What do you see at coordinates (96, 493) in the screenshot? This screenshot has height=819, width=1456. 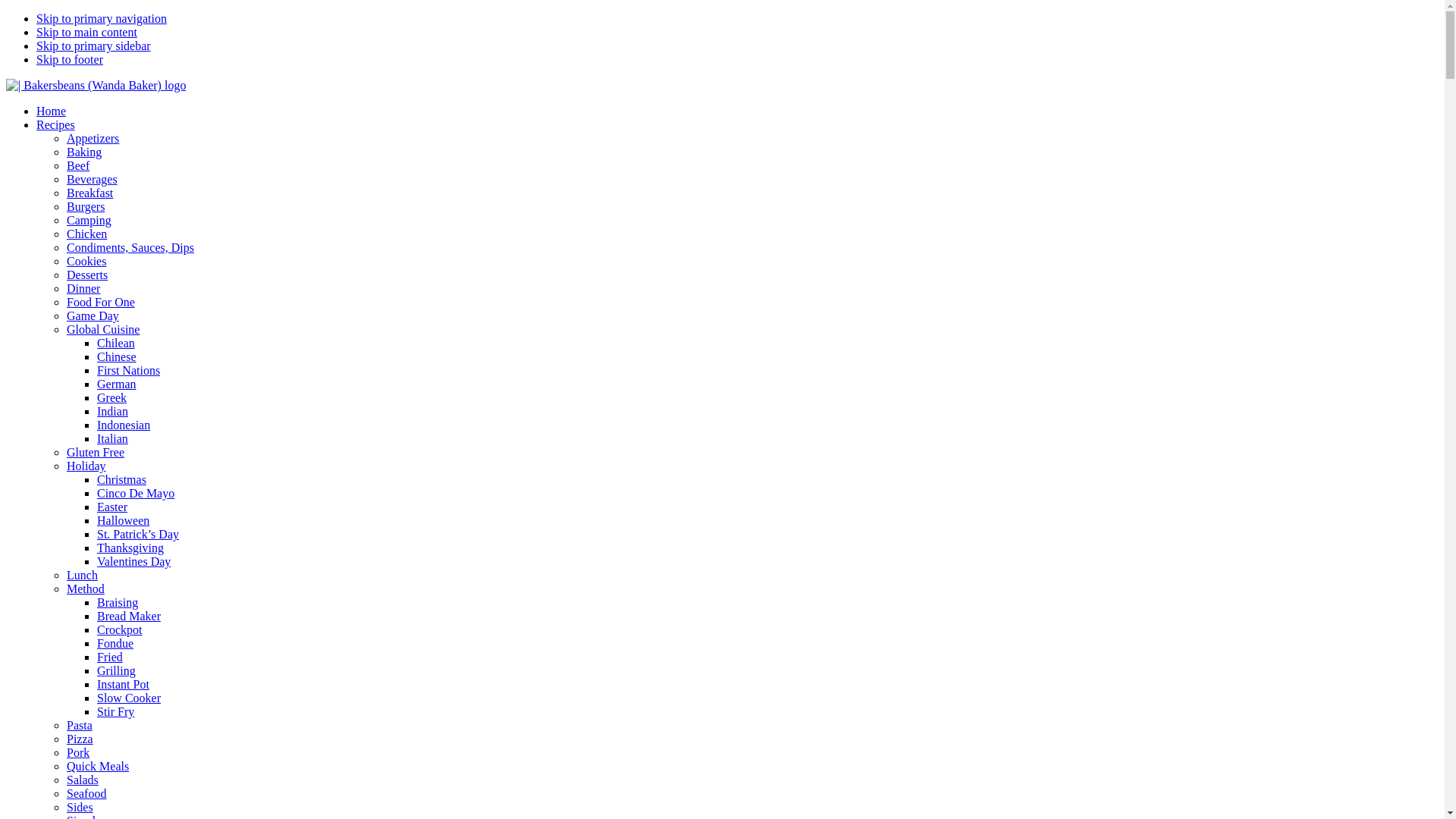 I see `'Cinco De Mayo'` at bounding box center [96, 493].